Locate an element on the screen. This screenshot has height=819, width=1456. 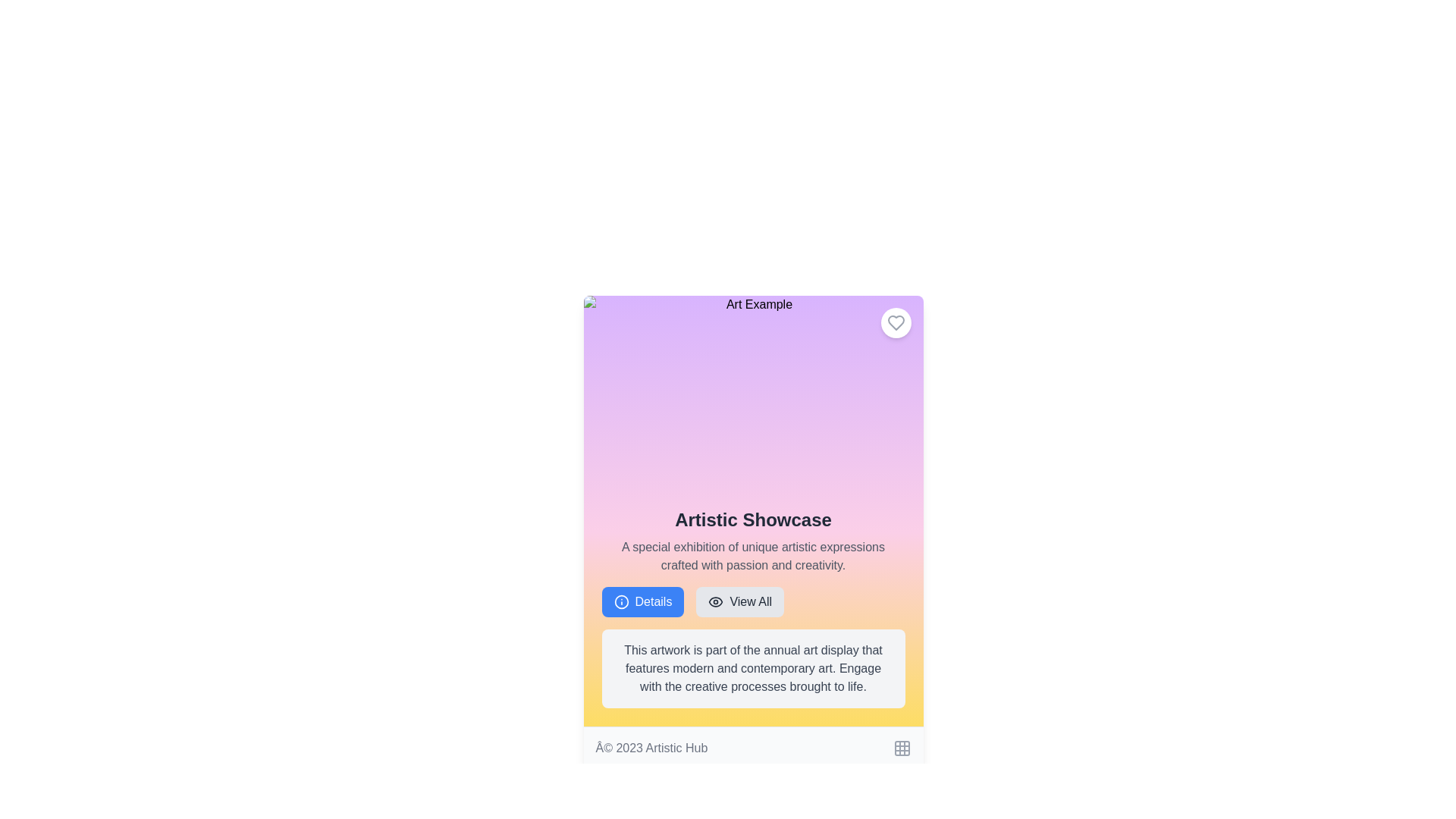
the 'like' or 'favorite' button located at the top-right corner of the card displaying the 'Art Example' image to express preference for the content is located at coordinates (896, 322).